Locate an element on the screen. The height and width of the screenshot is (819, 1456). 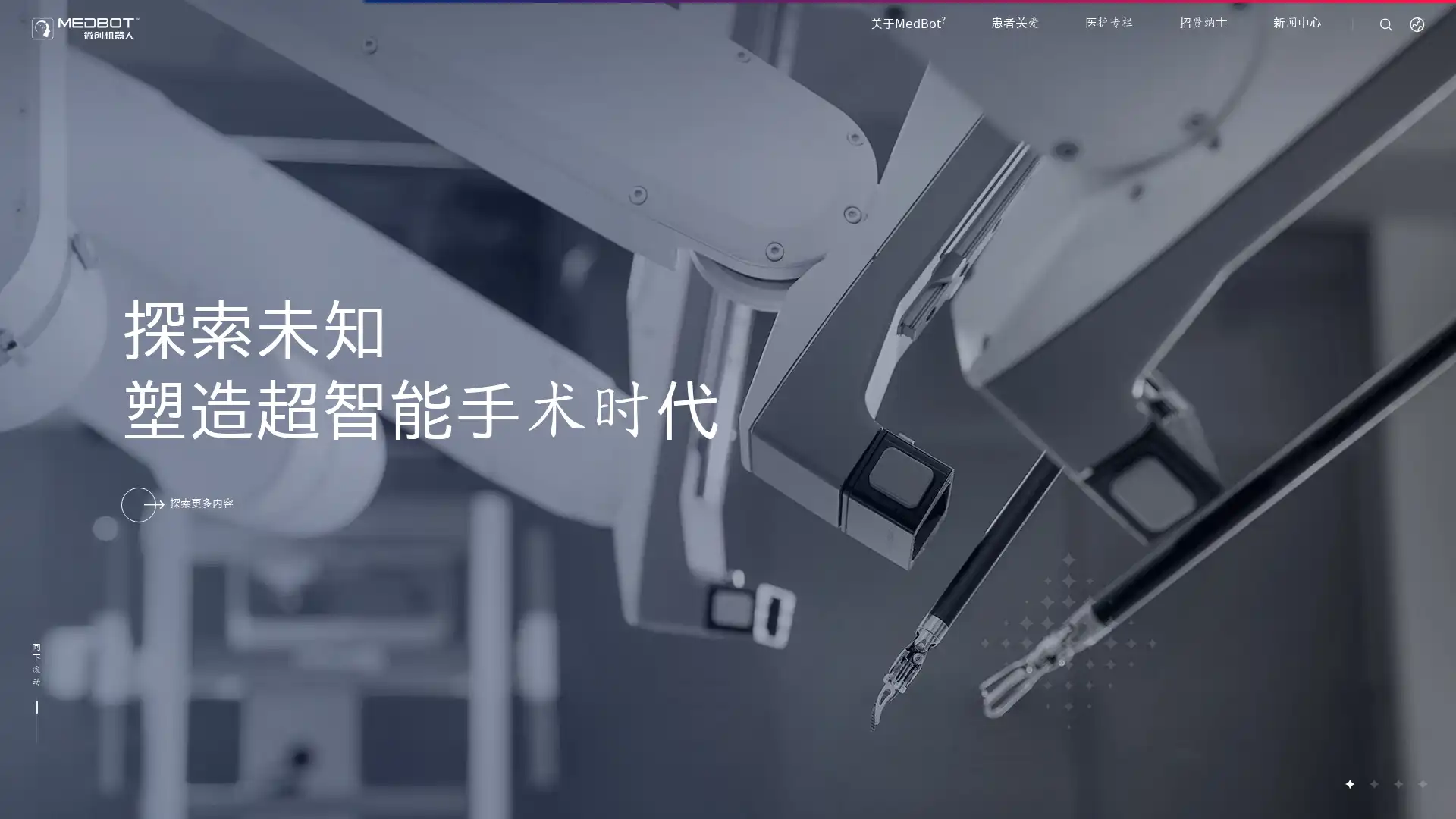
Go to slide 3 is located at coordinates (1397, 783).